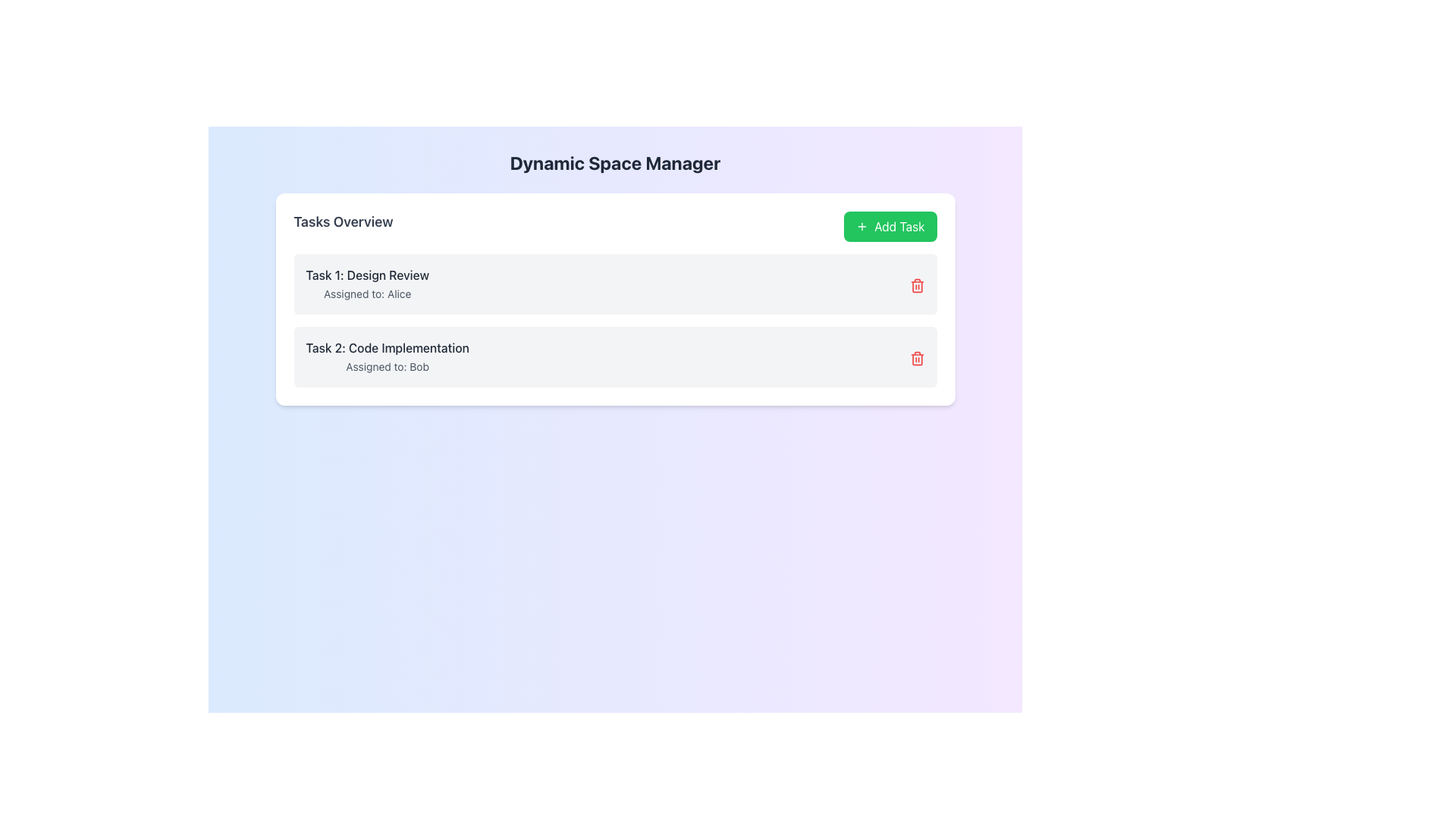  I want to click on the small plus icon located within the green 'Add Task' button, positioned to the left of the 'Add Task' text label, so click(862, 227).